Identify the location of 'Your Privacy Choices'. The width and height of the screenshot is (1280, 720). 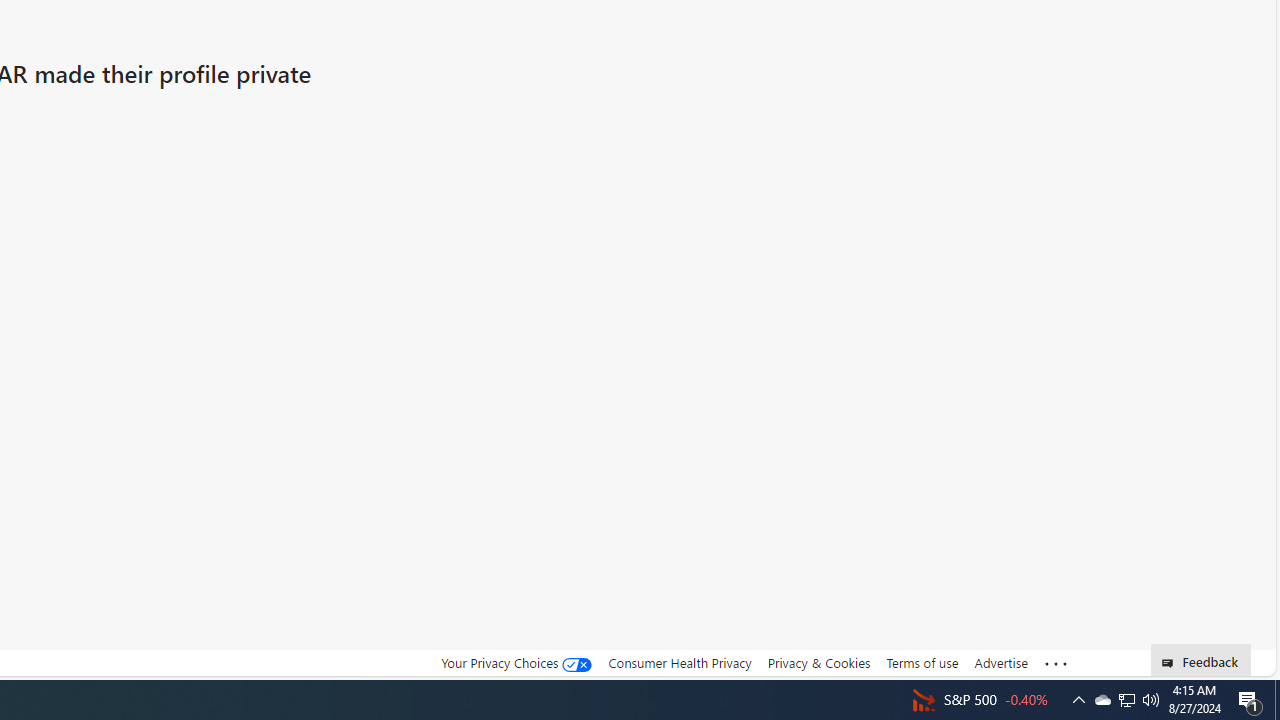
(517, 663).